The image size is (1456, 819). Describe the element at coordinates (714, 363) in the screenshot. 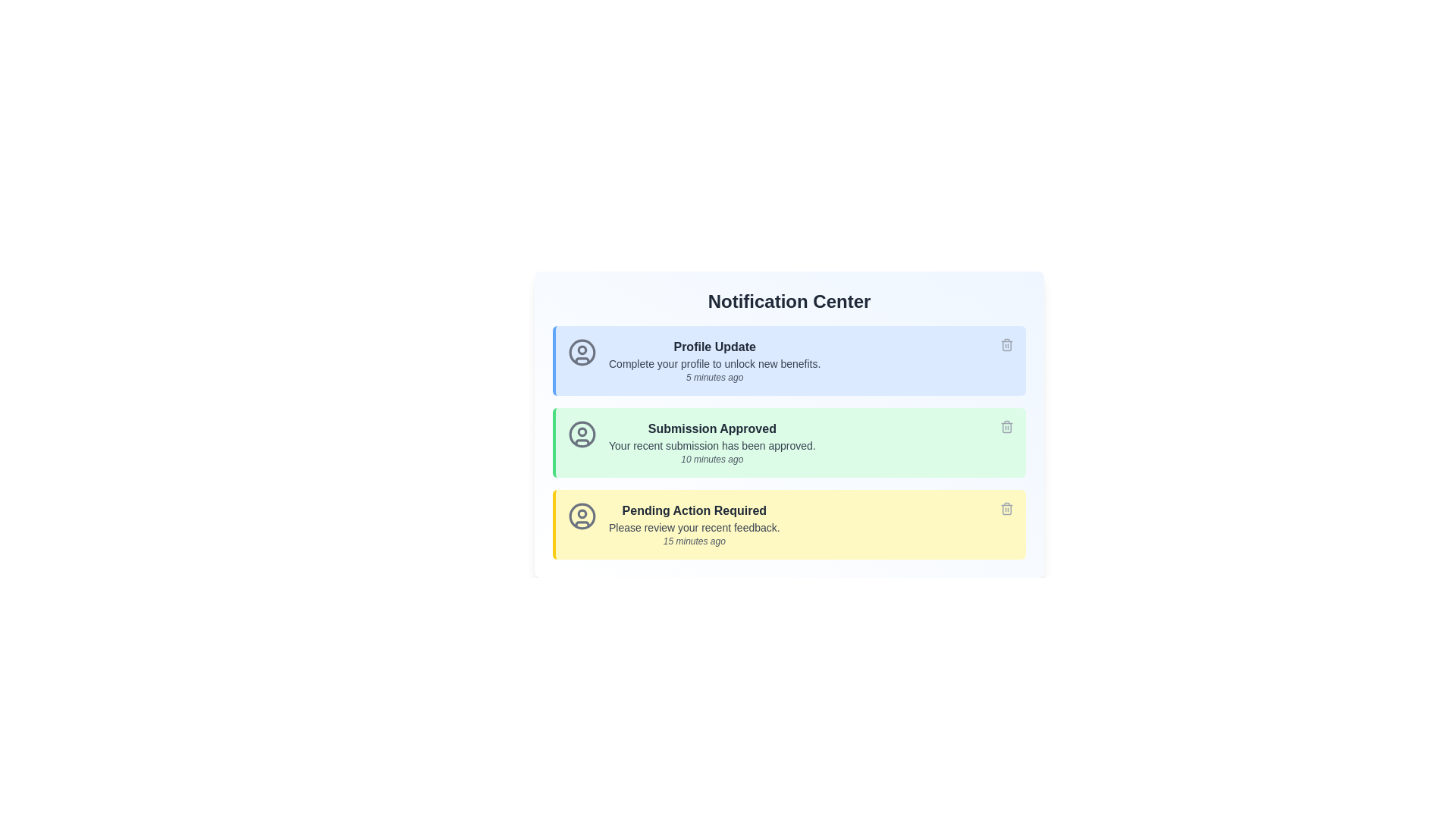

I see `the textual information element that prompts the user to complete their profile, located below 'Profile Update' and above '5 minutes ago'` at that location.